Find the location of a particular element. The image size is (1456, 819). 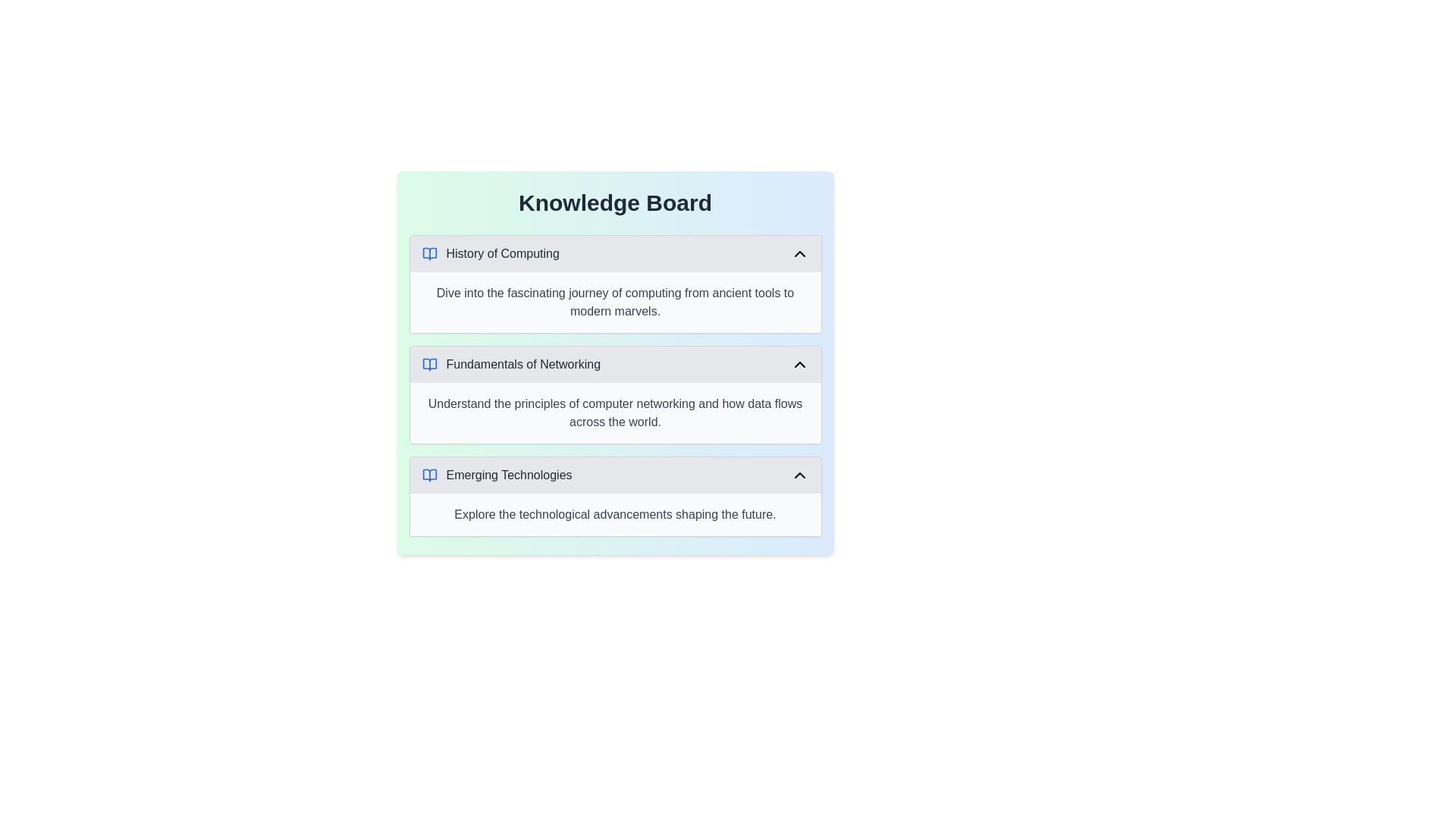

the small blue SVG graphic icon depicting an open book, located to the left of the 'Emerging Technologies' label in the UI is located at coordinates (428, 475).